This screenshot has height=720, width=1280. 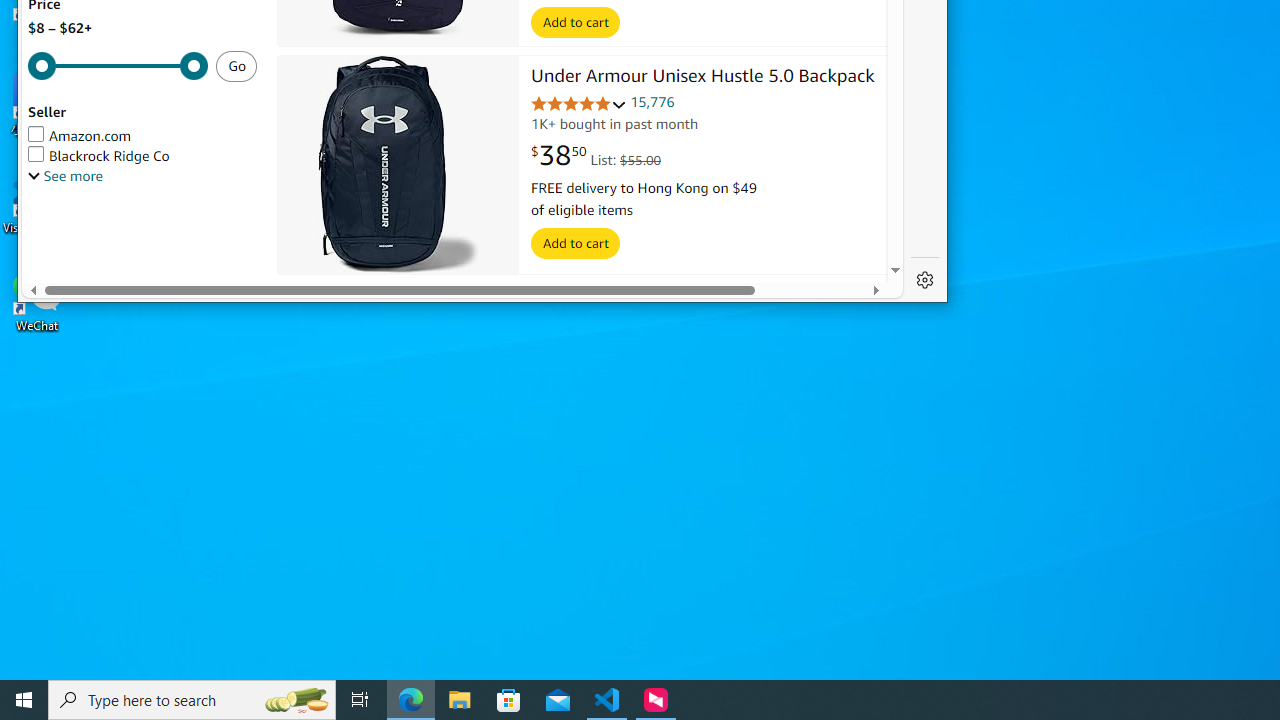 What do you see at coordinates (578, 104) in the screenshot?
I see `'4.8 out of 5 stars'` at bounding box center [578, 104].